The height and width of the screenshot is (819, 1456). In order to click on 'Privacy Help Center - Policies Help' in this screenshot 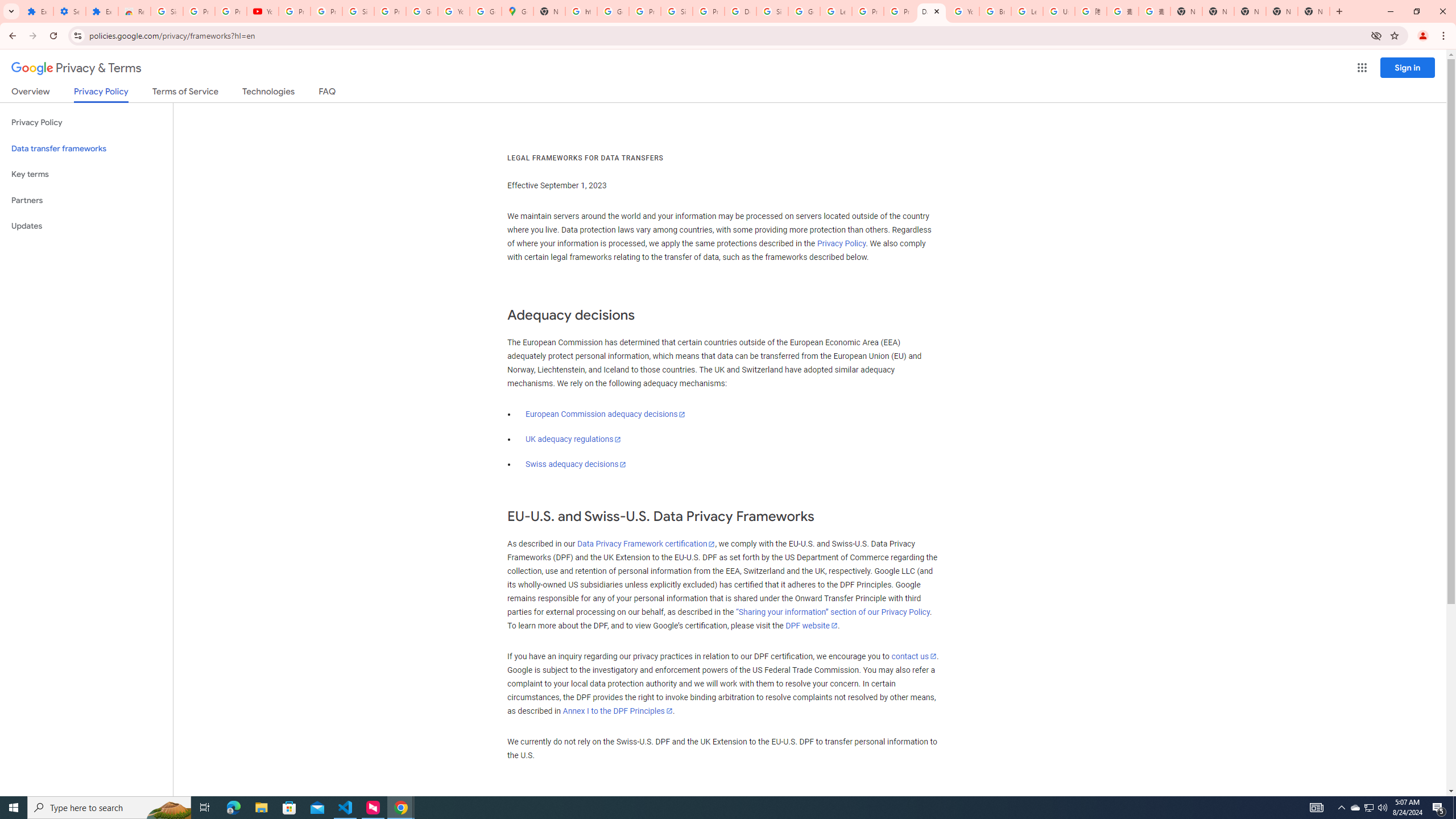, I will do `click(868, 11)`.